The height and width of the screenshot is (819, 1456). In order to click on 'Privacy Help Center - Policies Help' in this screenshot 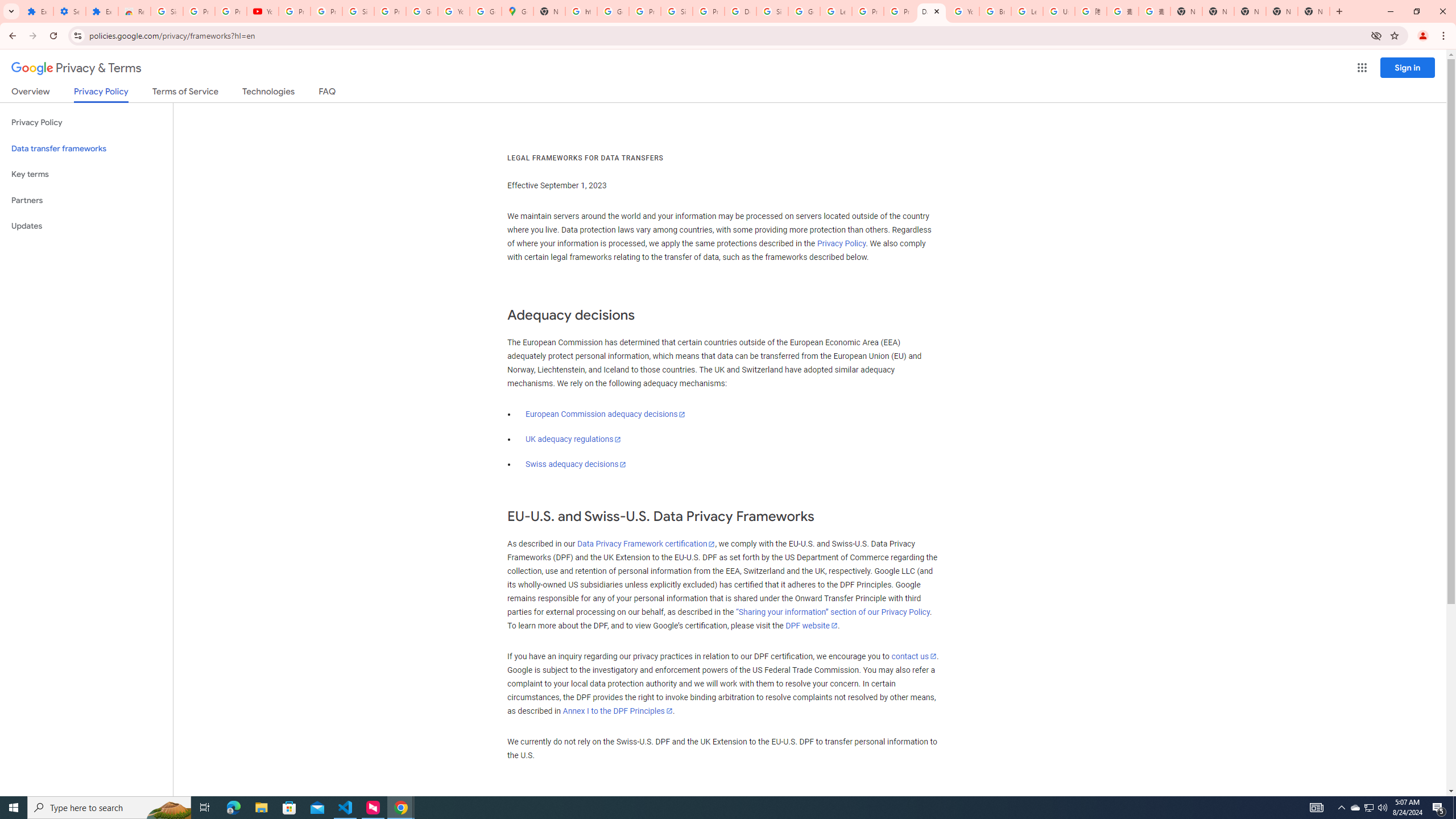, I will do `click(868, 11)`.